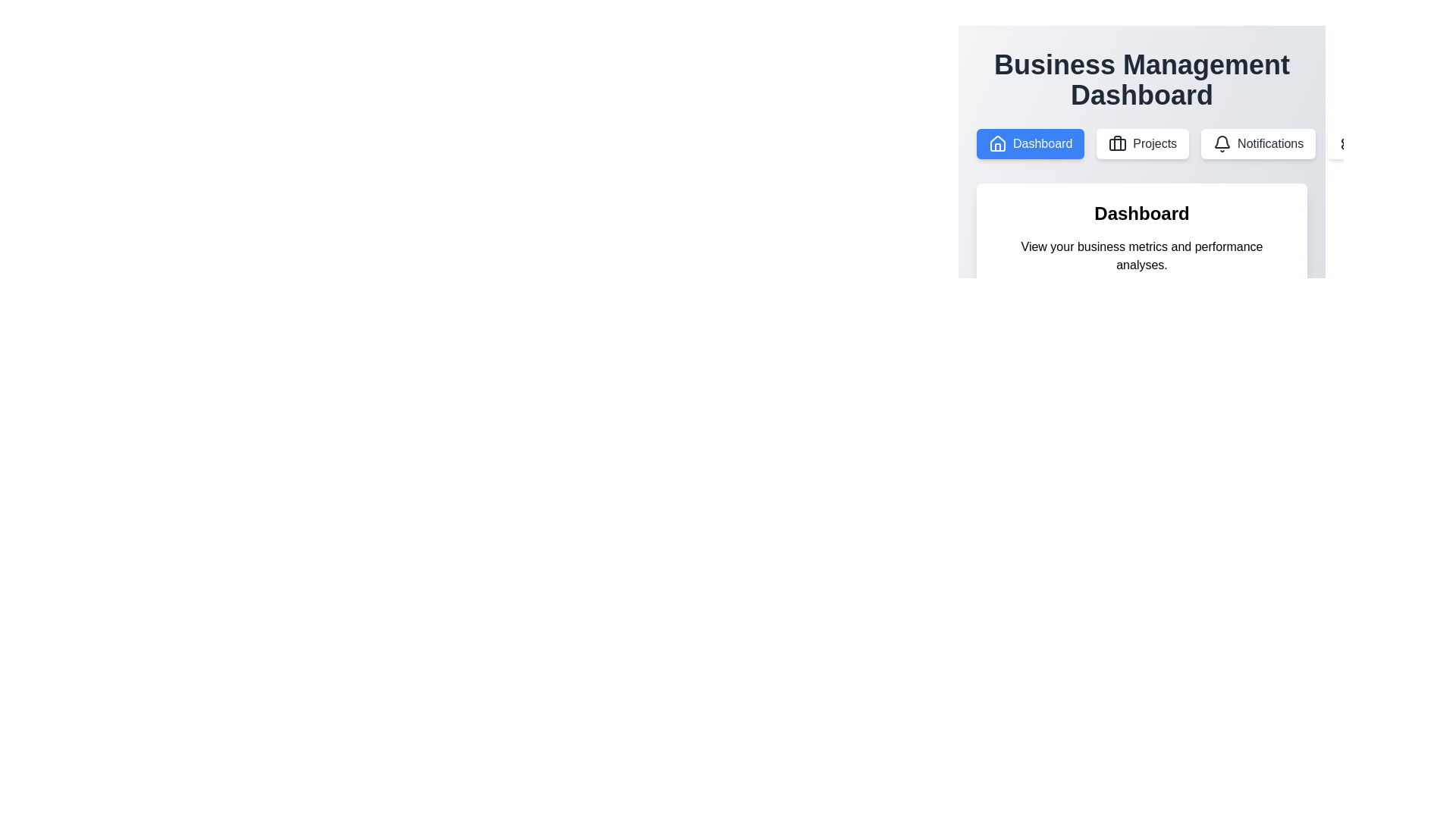 This screenshot has height=819, width=1456. What do you see at coordinates (1143, 143) in the screenshot?
I see `the 'Projects' Navigation button, which has a white background, rounded corners, and contains a briefcase icon and the text 'Projects'` at bounding box center [1143, 143].